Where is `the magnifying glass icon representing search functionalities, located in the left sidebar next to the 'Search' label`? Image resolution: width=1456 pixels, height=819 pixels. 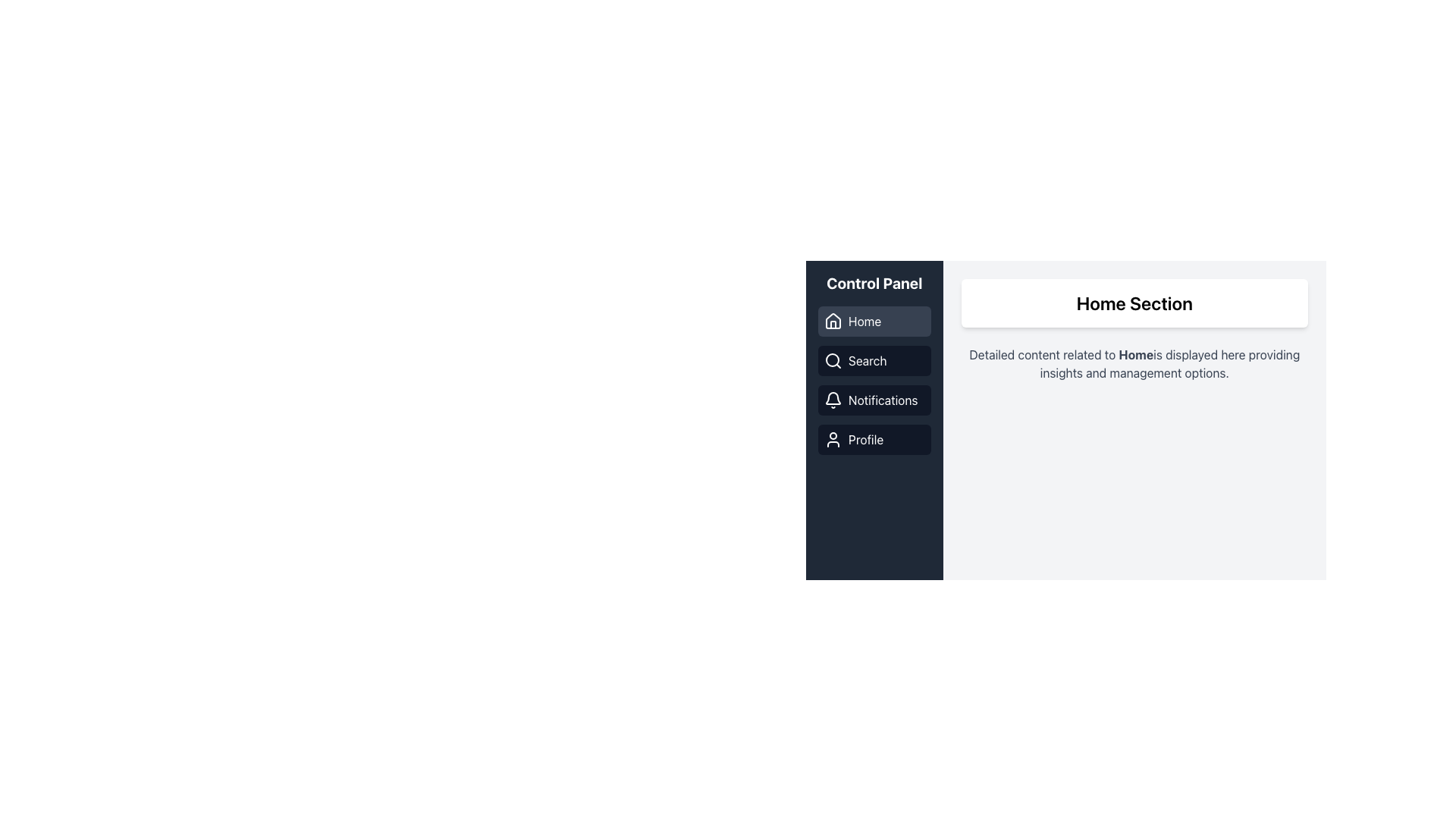
the magnifying glass icon representing search functionalities, located in the left sidebar next to the 'Search' label is located at coordinates (833, 360).